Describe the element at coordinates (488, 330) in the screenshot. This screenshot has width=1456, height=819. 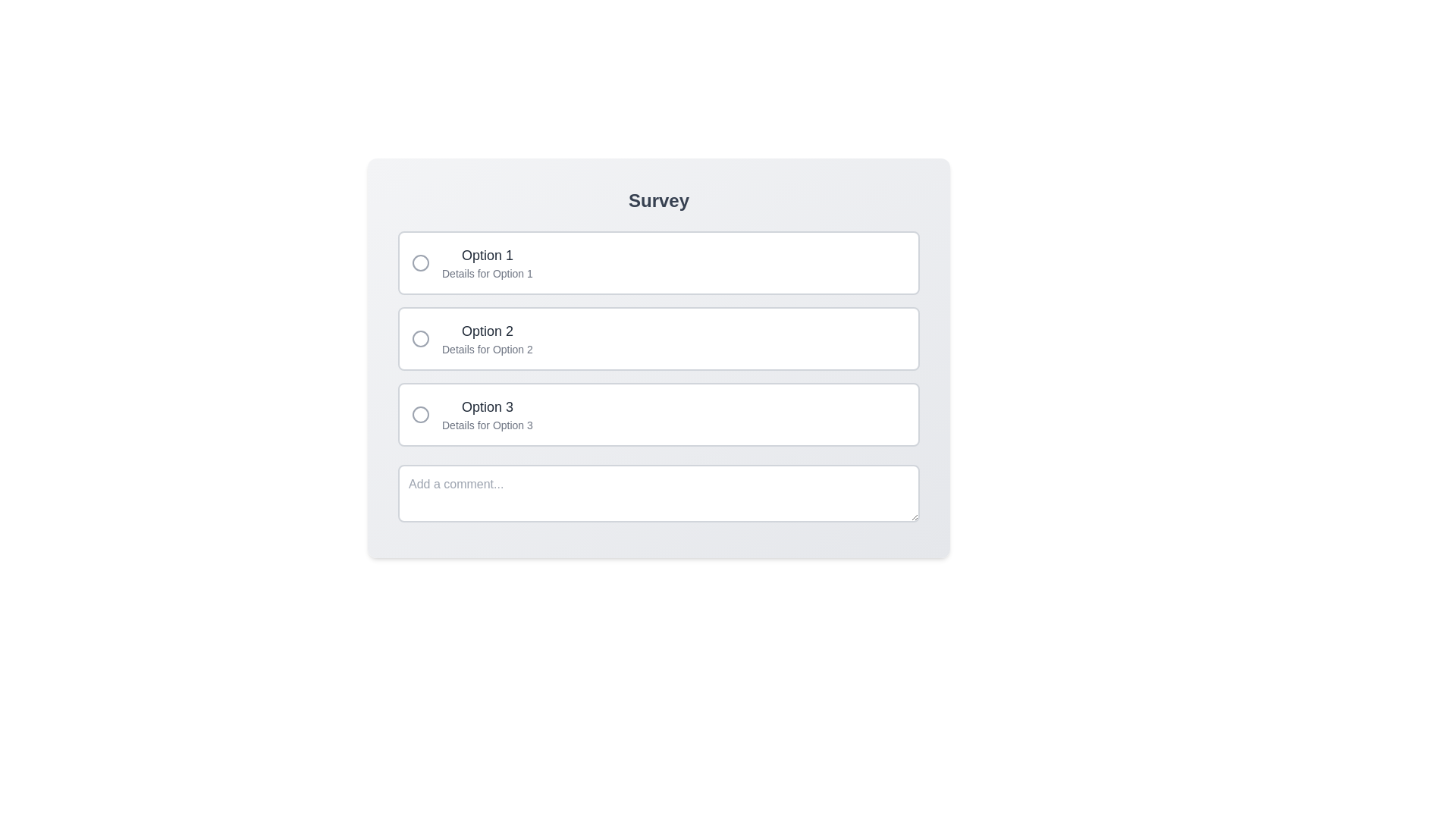
I see `the Text Label indicating the title of the second choice in the survey options, positioned between 'Option 1' and 'Option 3'` at that location.